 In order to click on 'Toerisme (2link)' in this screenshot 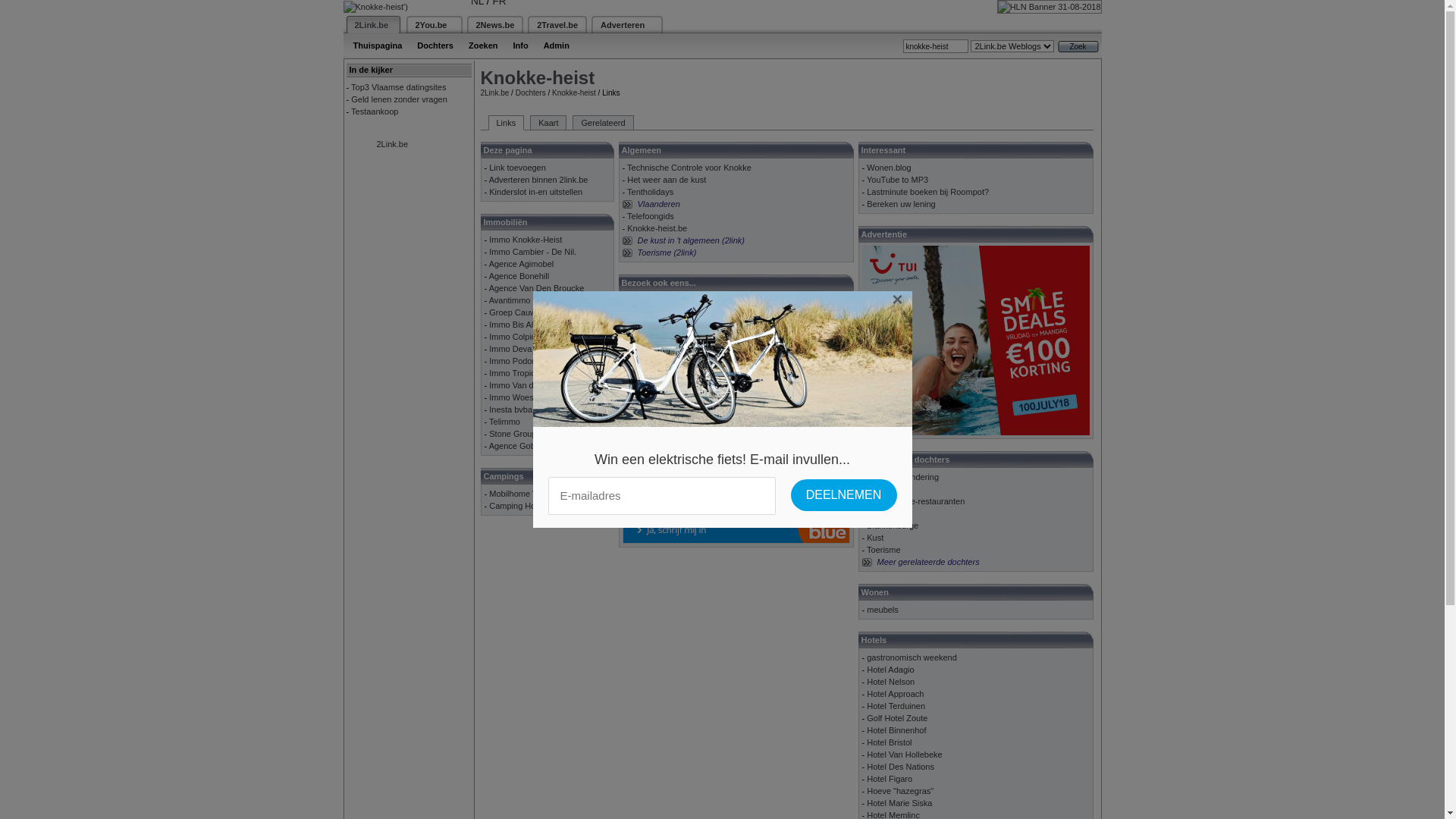, I will do `click(666, 251)`.